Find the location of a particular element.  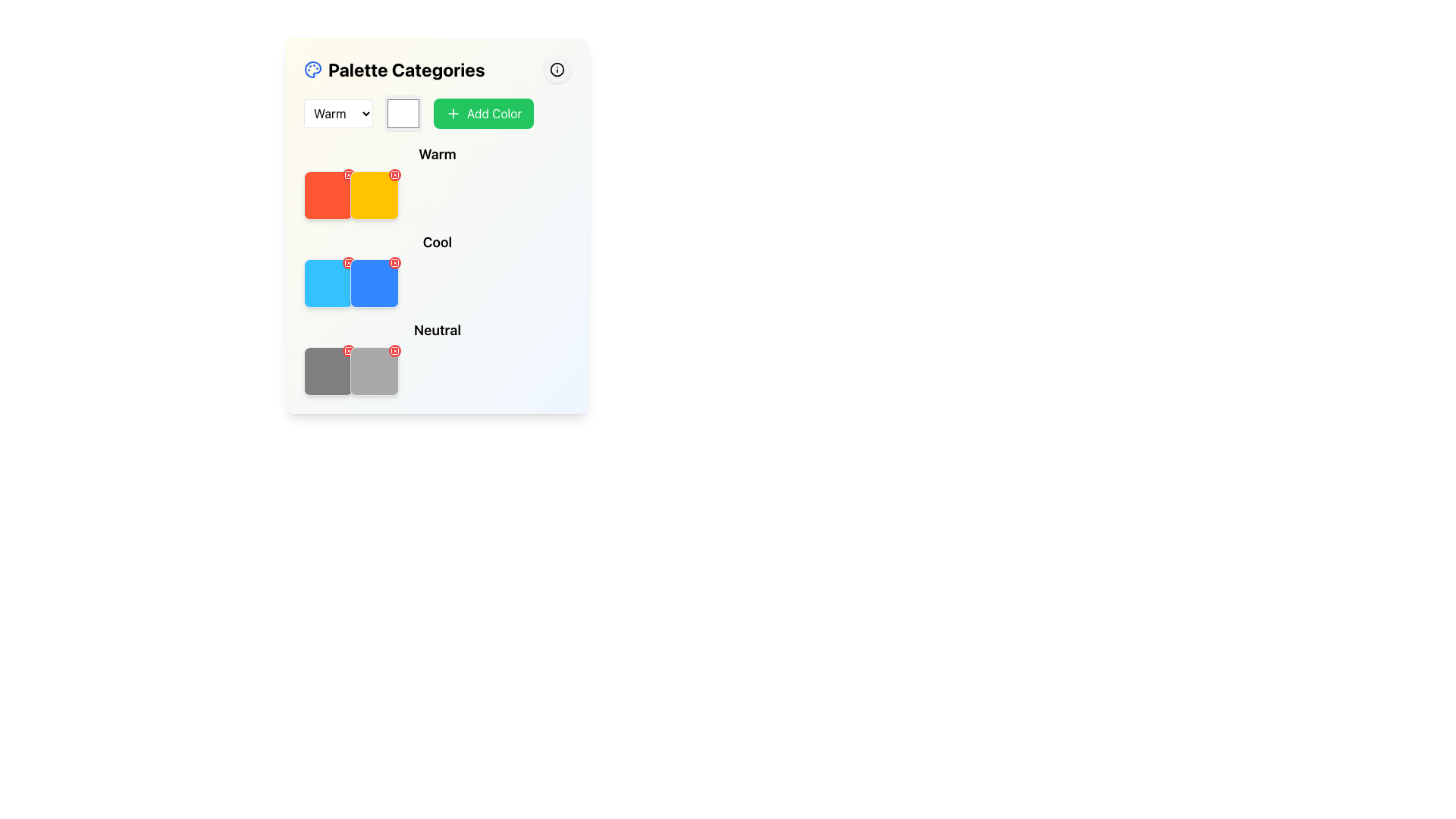

the colored square display element with an interactive close button, which is the second item is located at coordinates (375, 195).